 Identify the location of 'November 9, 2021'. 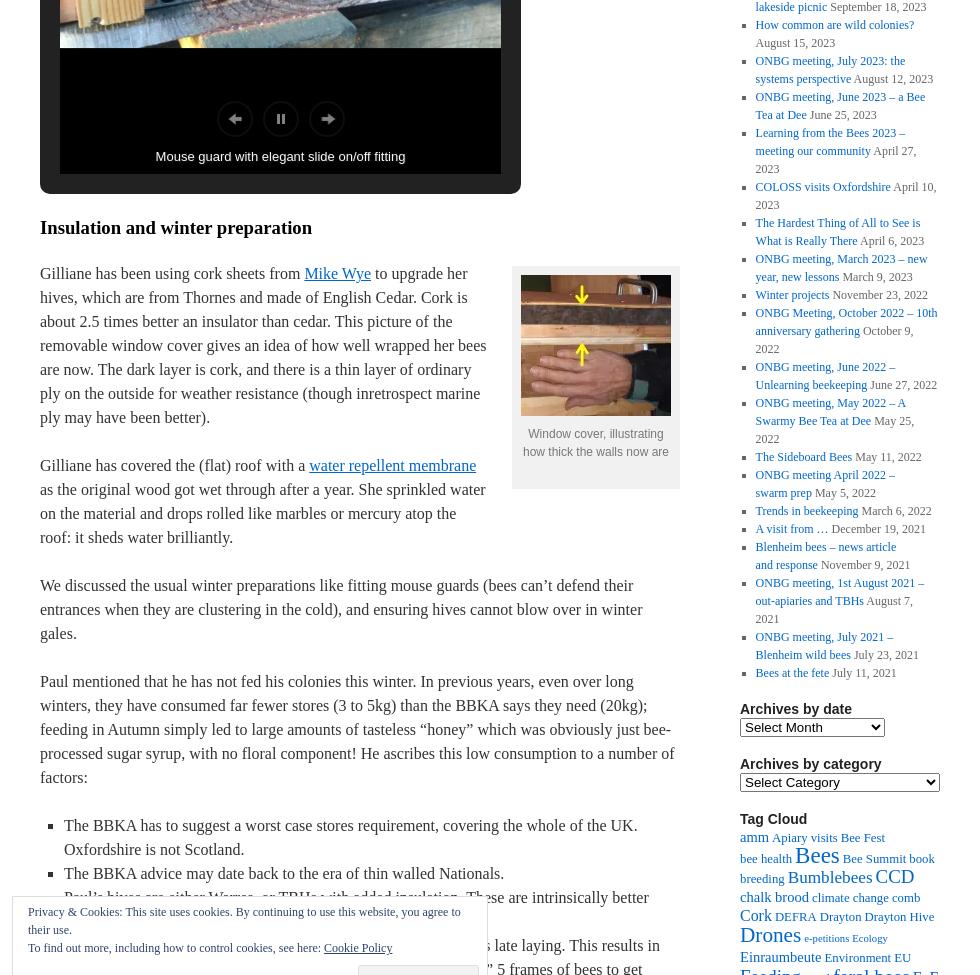
(865, 564).